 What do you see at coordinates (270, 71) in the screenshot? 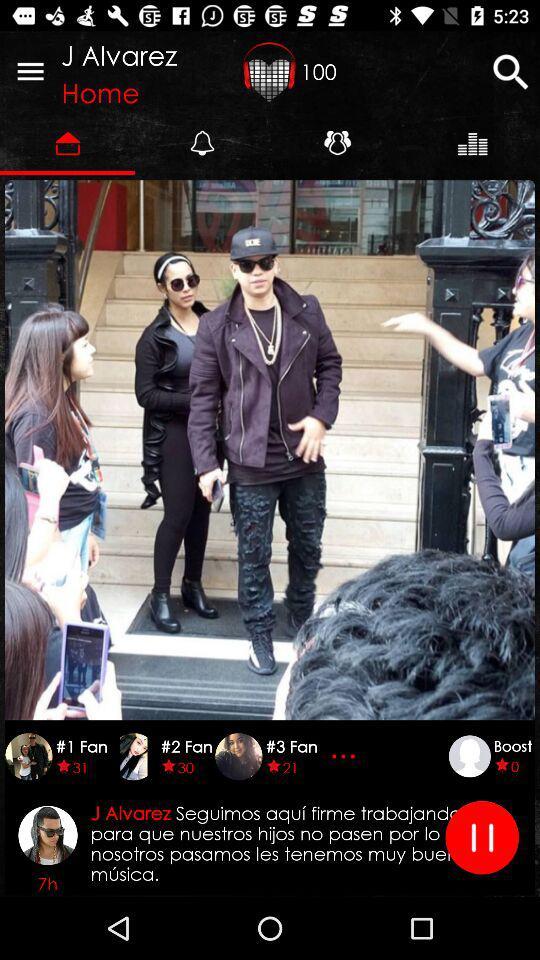
I see `the date_range icon` at bounding box center [270, 71].